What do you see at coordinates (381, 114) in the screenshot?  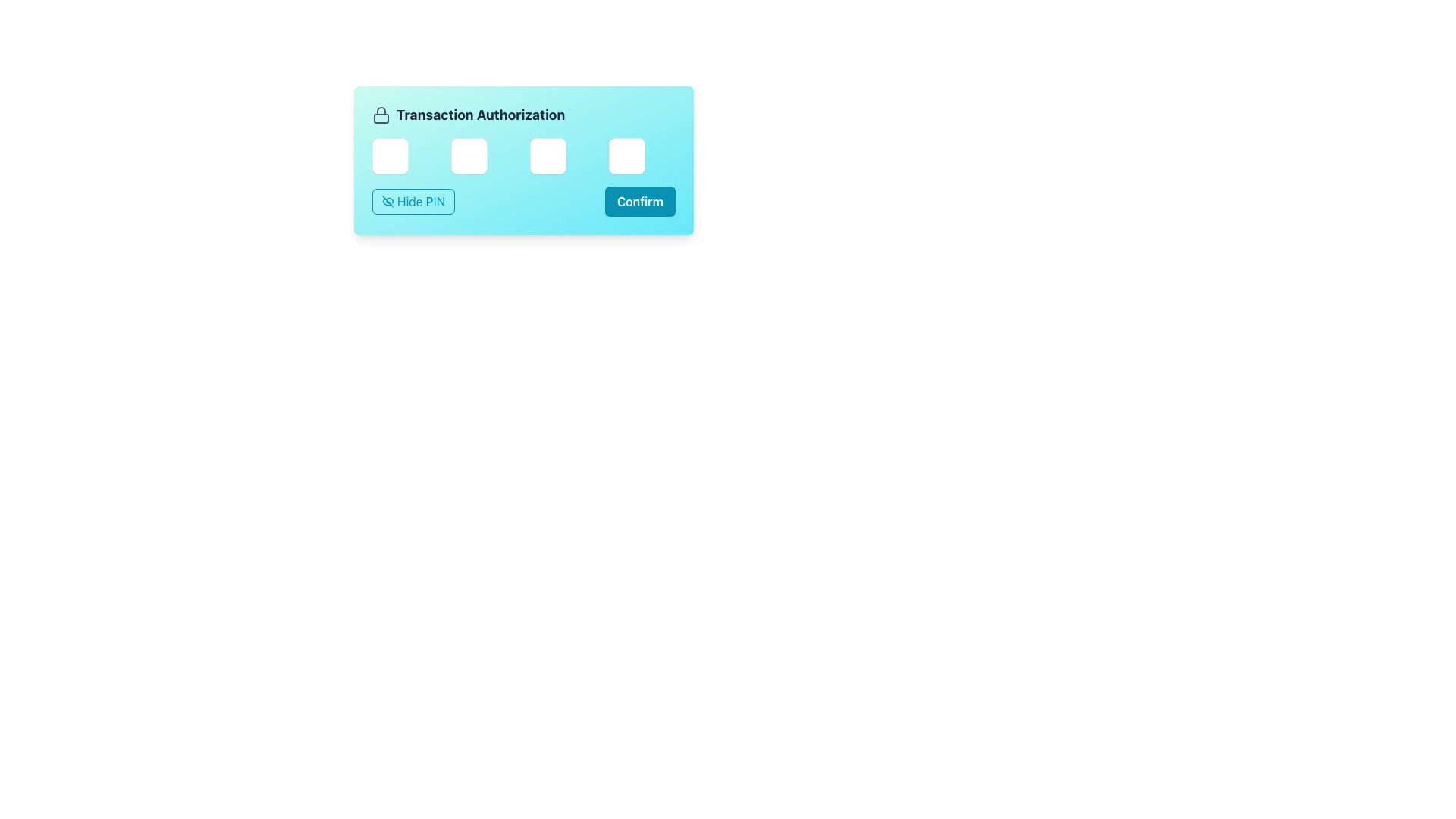 I see `the gray lock icon that is positioned to the left of the 'Transaction Authorization' text` at bounding box center [381, 114].